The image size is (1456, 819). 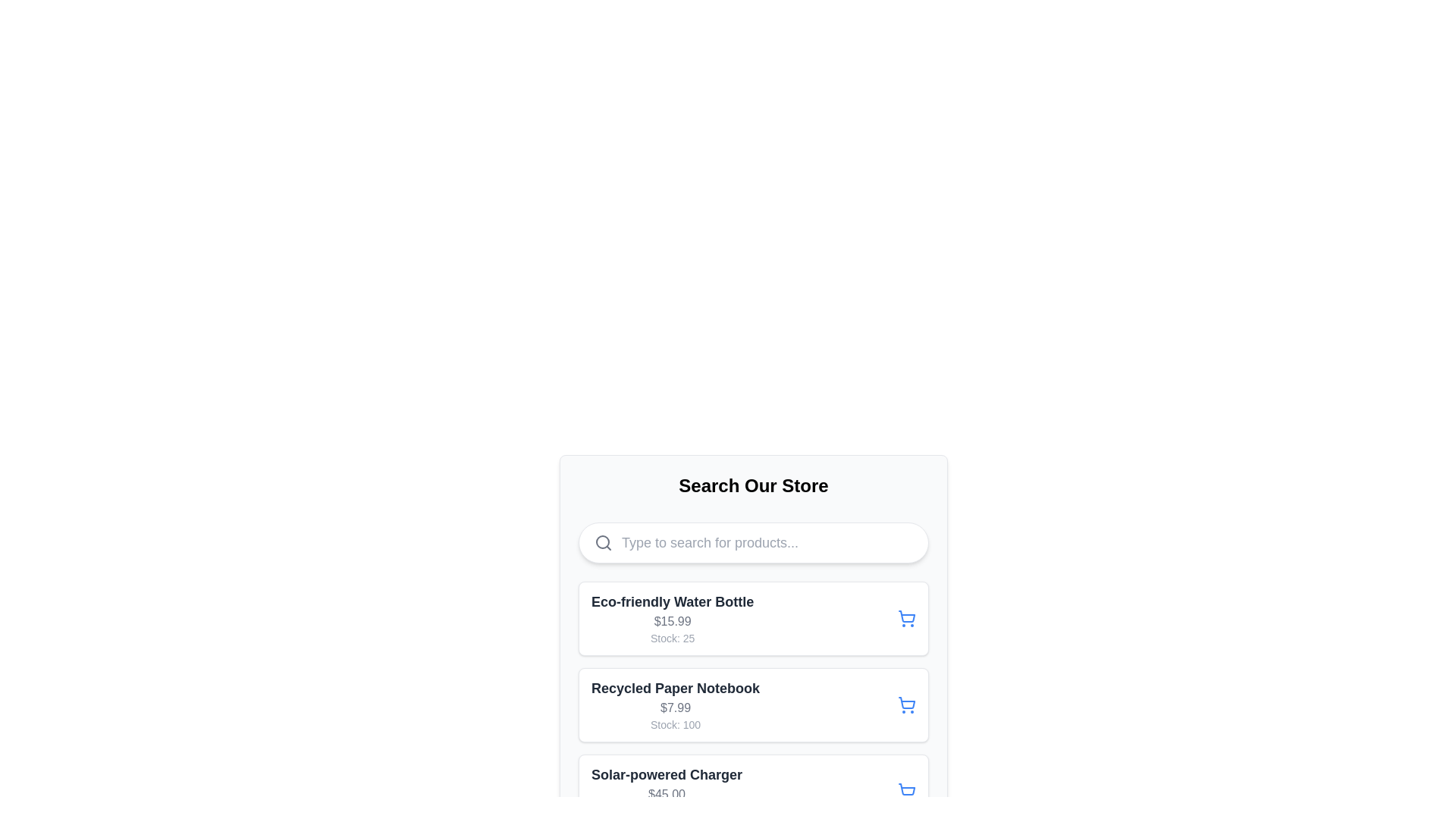 What do you see at coordinates (675, 724) in the screenshot?
I see `the static text label displaying the stock quantity 'Stock: 100' which is styled in gray and positioned under the title 'Recycled Paper Notebook' and the price '$7.99'` at bounding box center [675, 724].